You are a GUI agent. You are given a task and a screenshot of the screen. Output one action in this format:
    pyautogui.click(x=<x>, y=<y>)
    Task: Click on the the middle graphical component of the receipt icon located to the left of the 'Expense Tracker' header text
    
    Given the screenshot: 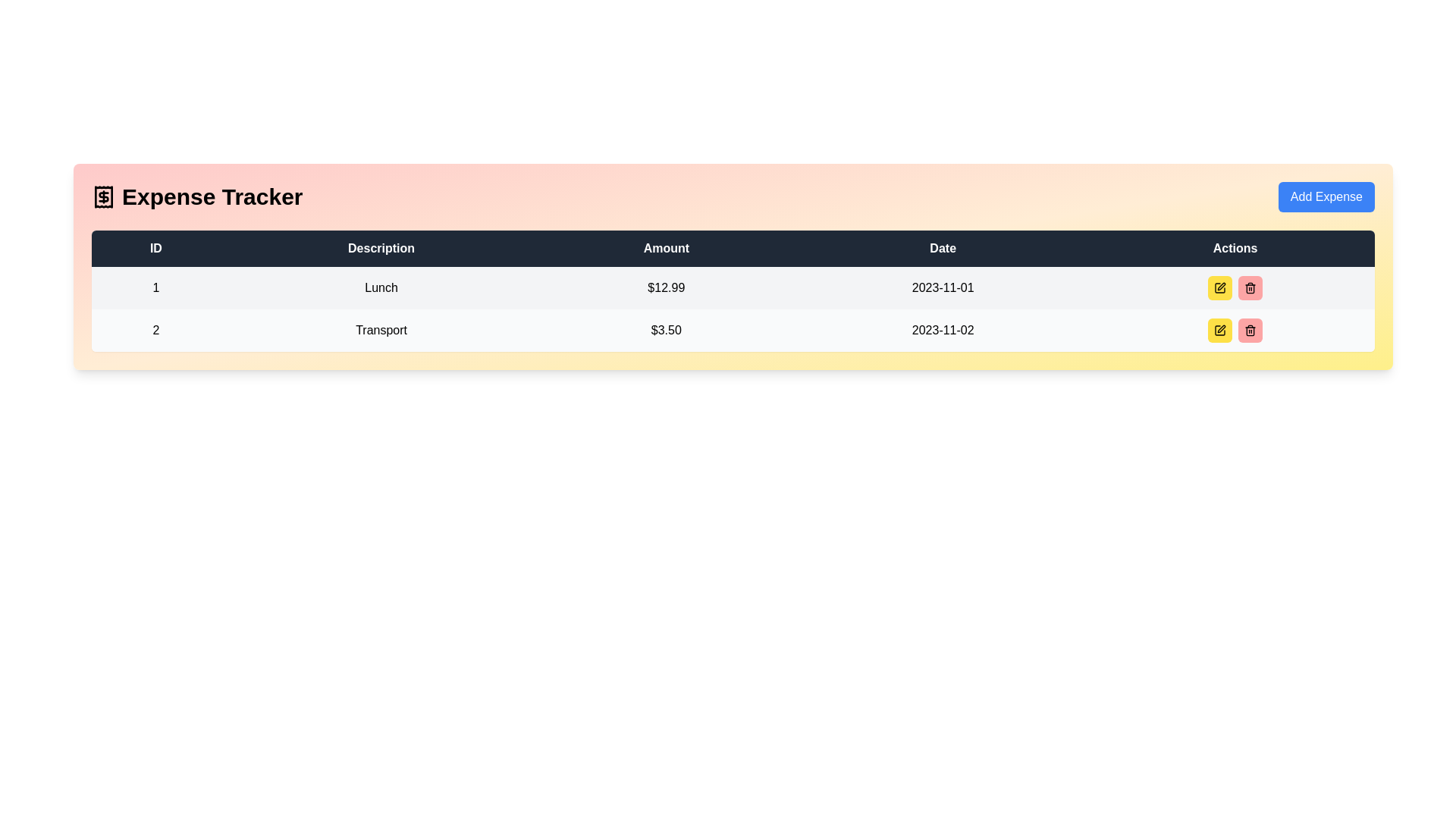 What is the action you would take?
    pyautogui.click(x=103, y=196)
    